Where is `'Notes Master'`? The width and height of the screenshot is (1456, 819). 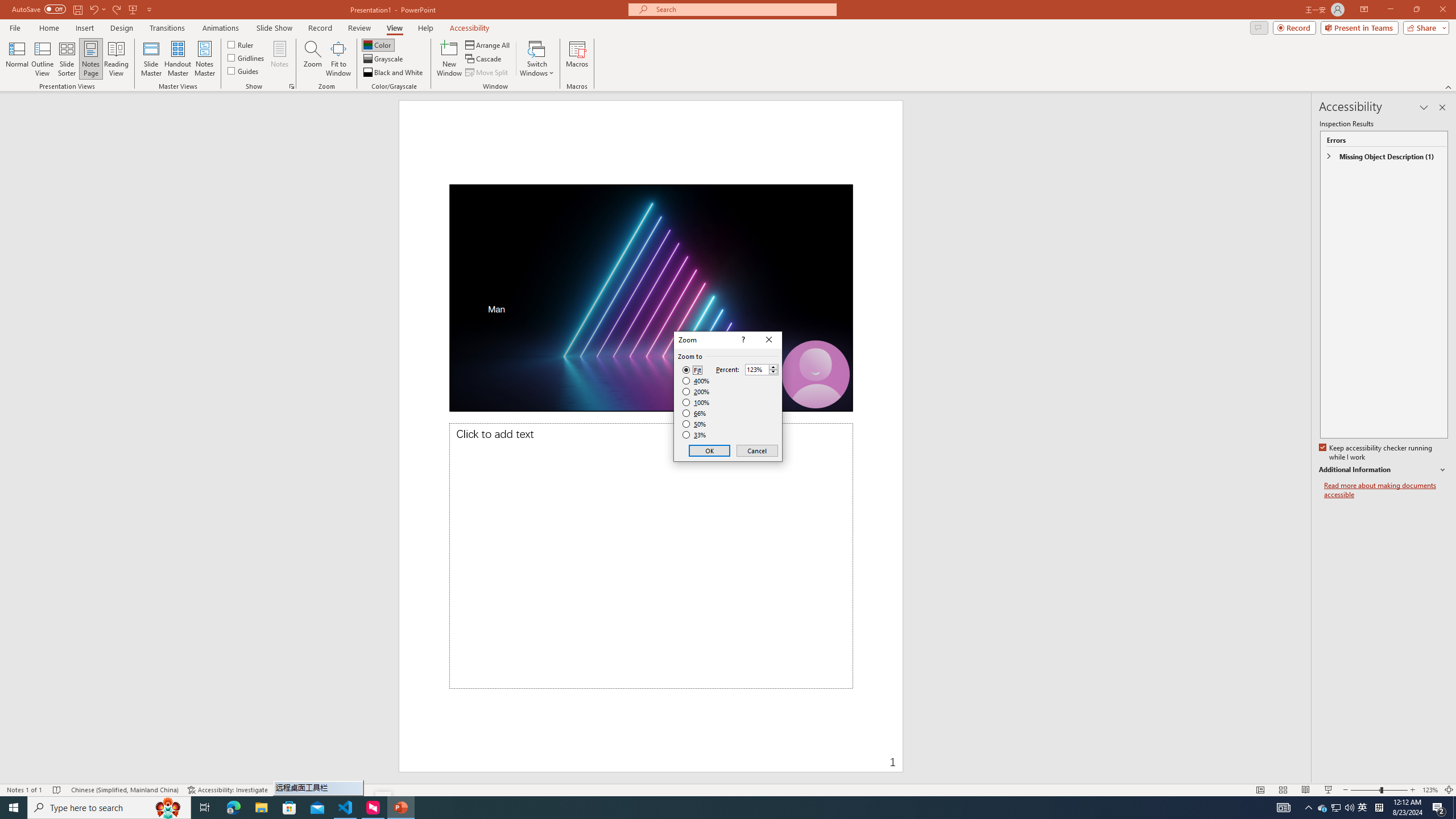
'Notes Master' is located at coordinates (204, 59).